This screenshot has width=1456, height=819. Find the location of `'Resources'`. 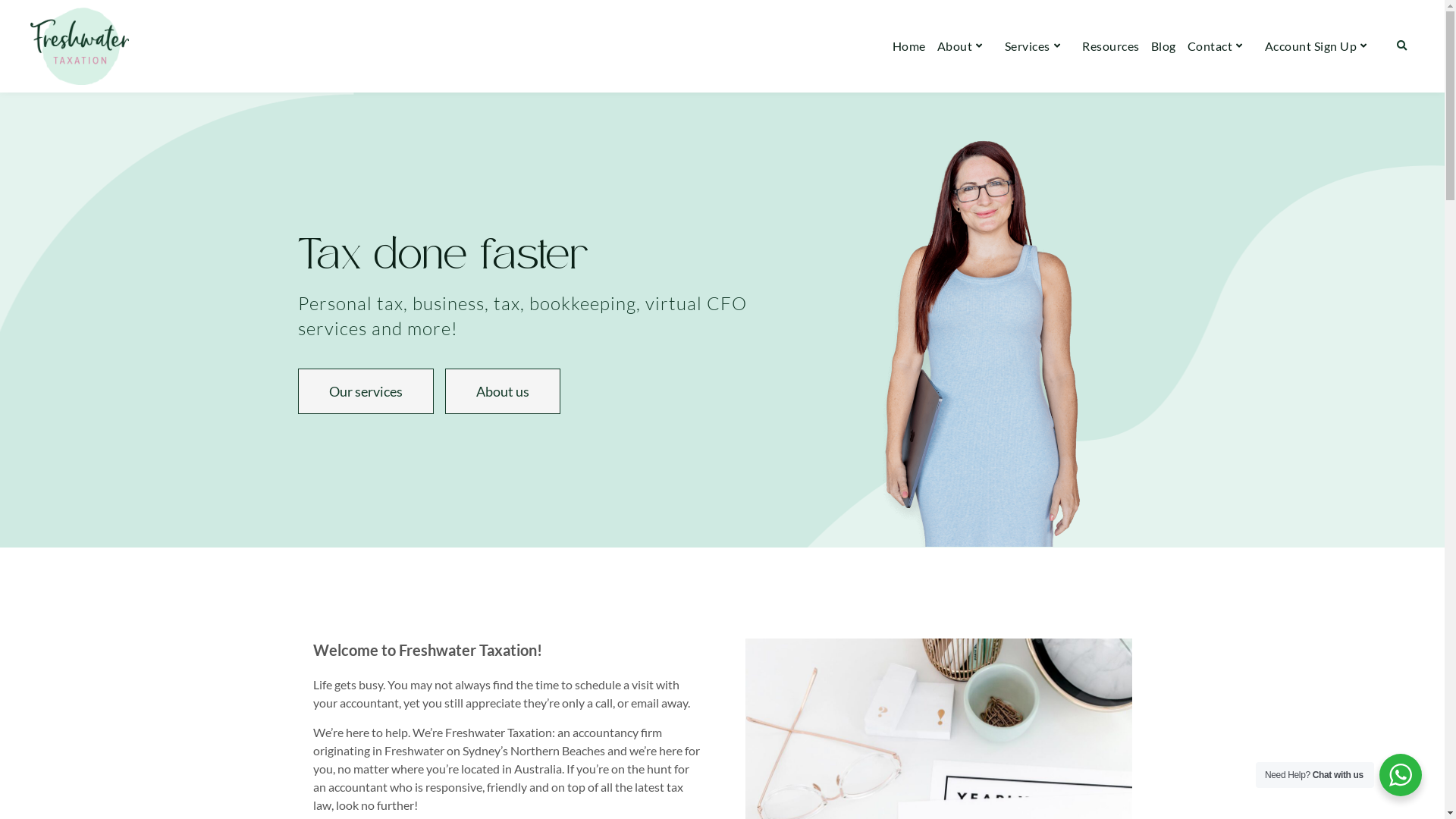

'Resources' is located at coordinates (1110, 45).